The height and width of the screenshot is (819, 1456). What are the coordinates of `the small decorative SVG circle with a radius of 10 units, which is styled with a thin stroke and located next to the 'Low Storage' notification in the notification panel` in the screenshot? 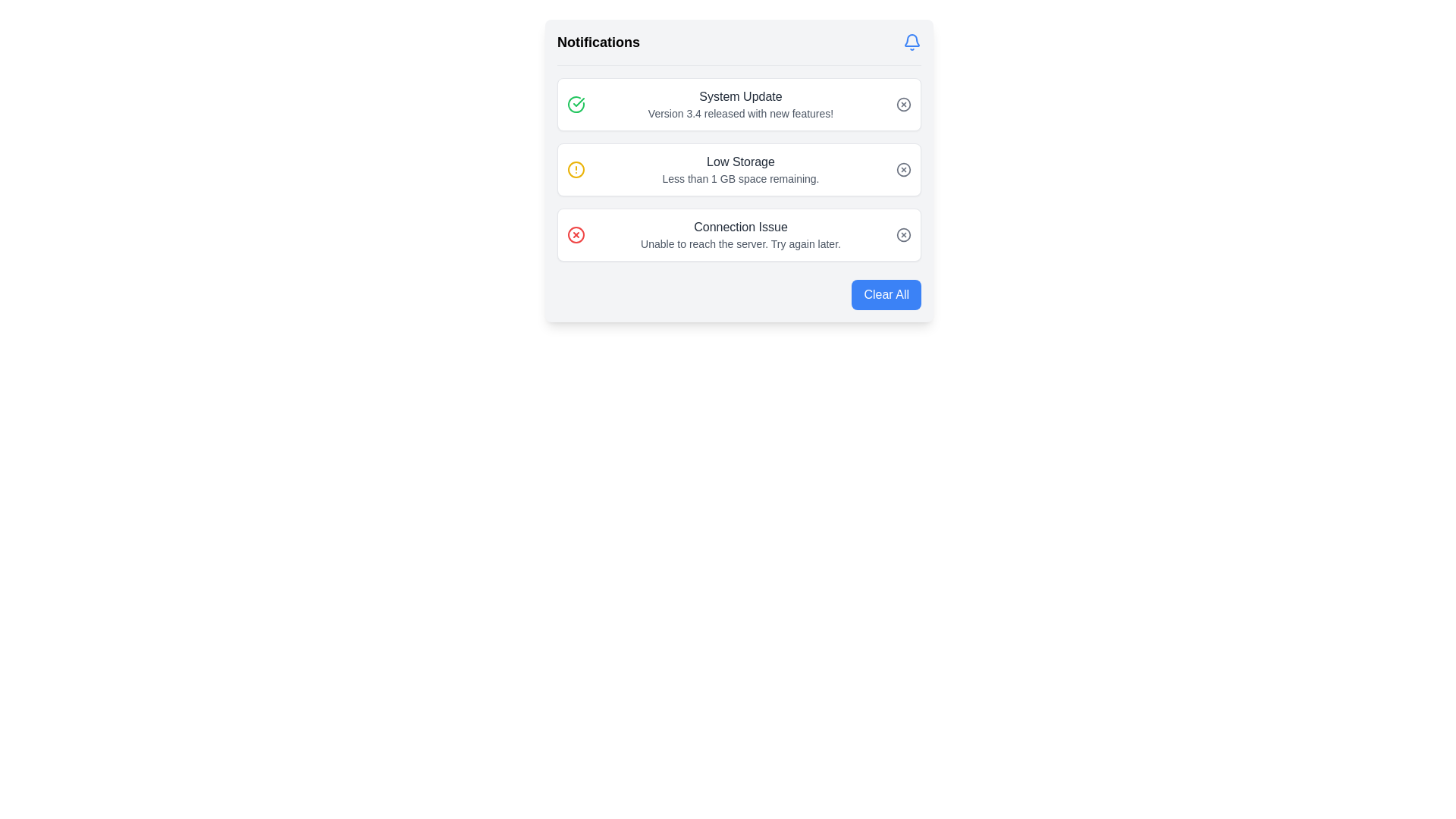 It's located at (903, 169).